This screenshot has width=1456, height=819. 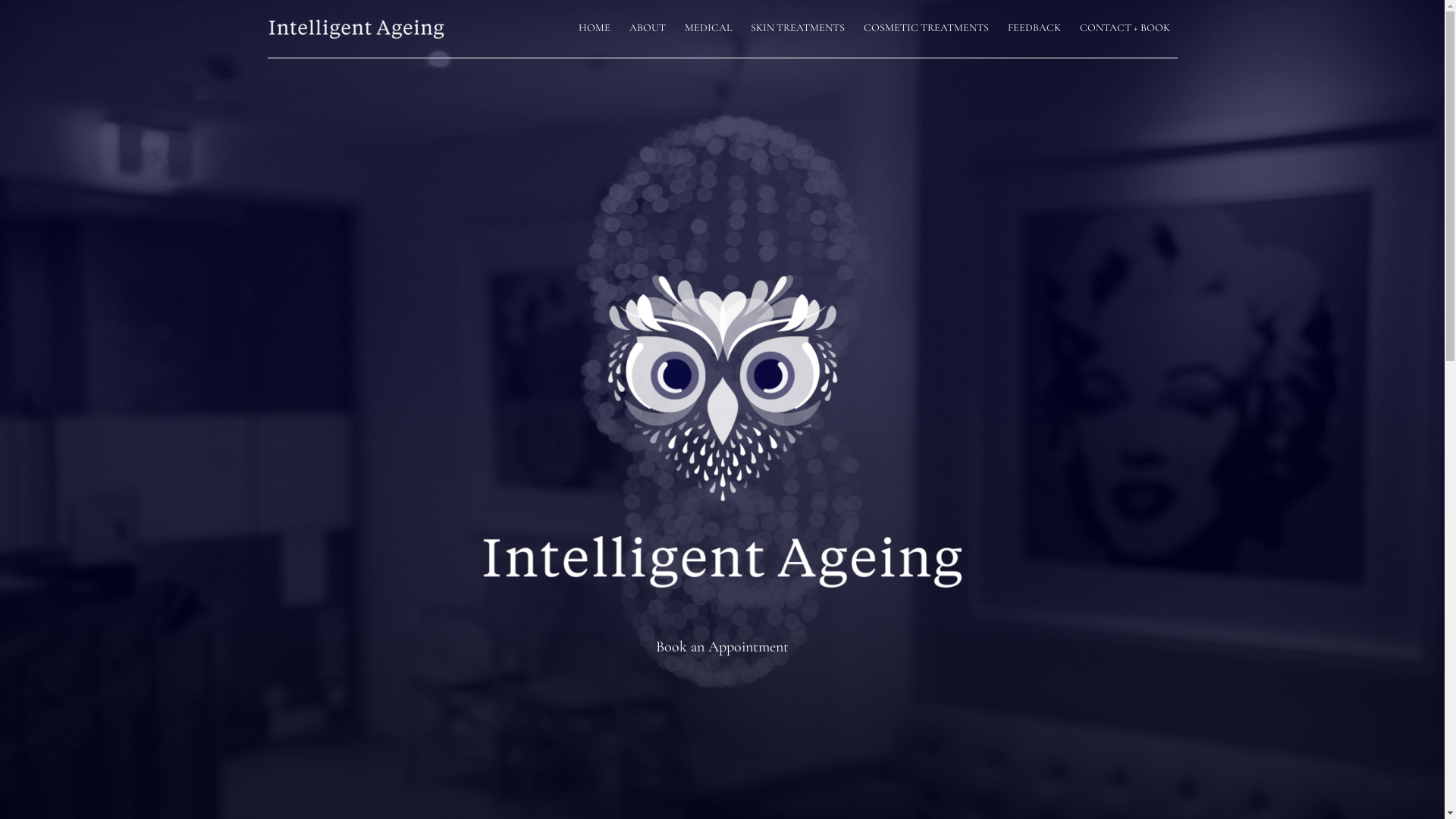 I want to click on 'COSMETIC TREATMENTS', so click(x=924, y=29).